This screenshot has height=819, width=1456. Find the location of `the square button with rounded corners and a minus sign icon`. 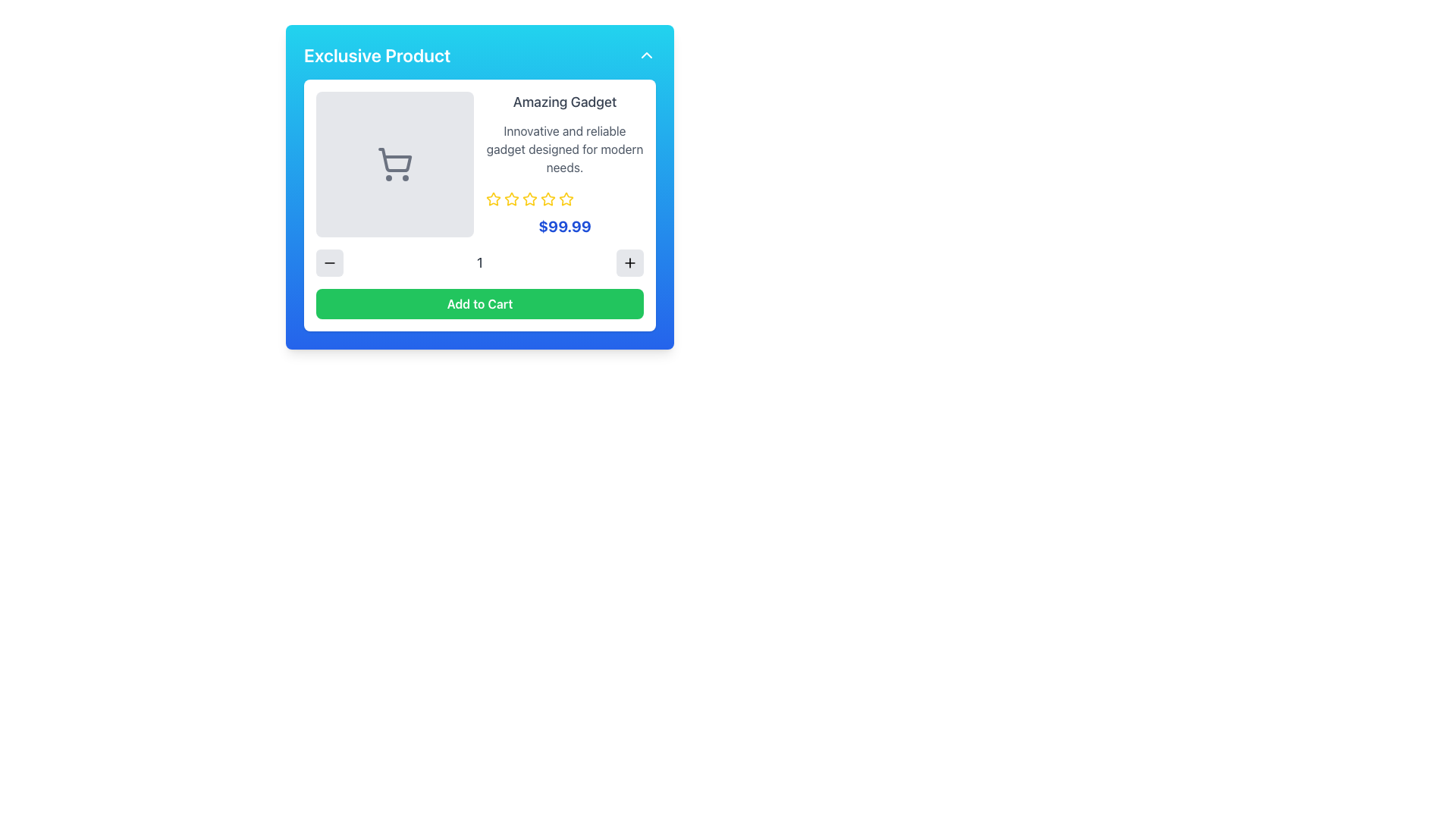

the square button with rounded corners and a minus sign icon is located at coordinates (329, 262).